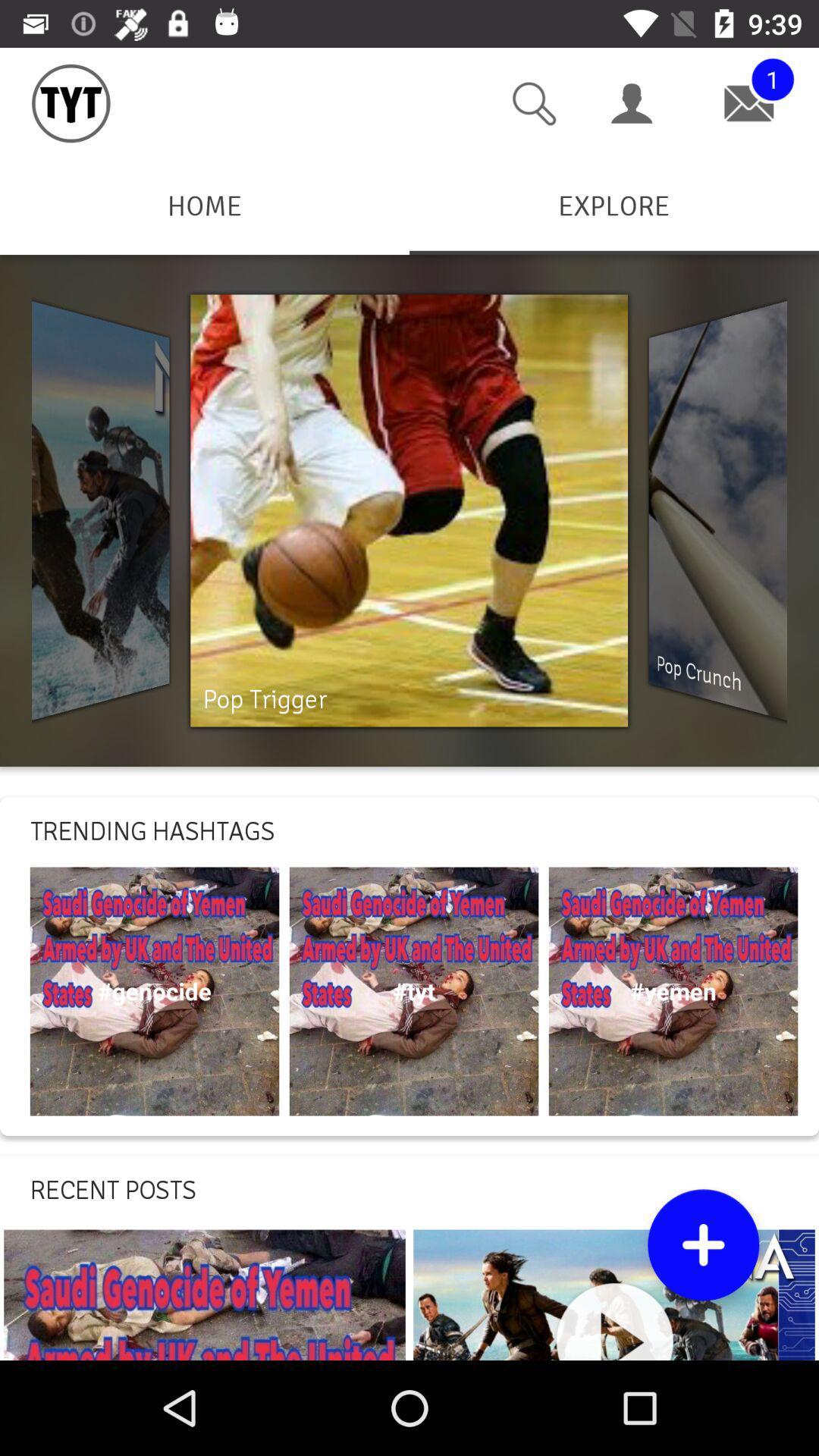 The height and width of the screenshot is (1456, 819). Describe the element at coordinates (703, 1244) in the screenshot. I see `the add icon` at that location.